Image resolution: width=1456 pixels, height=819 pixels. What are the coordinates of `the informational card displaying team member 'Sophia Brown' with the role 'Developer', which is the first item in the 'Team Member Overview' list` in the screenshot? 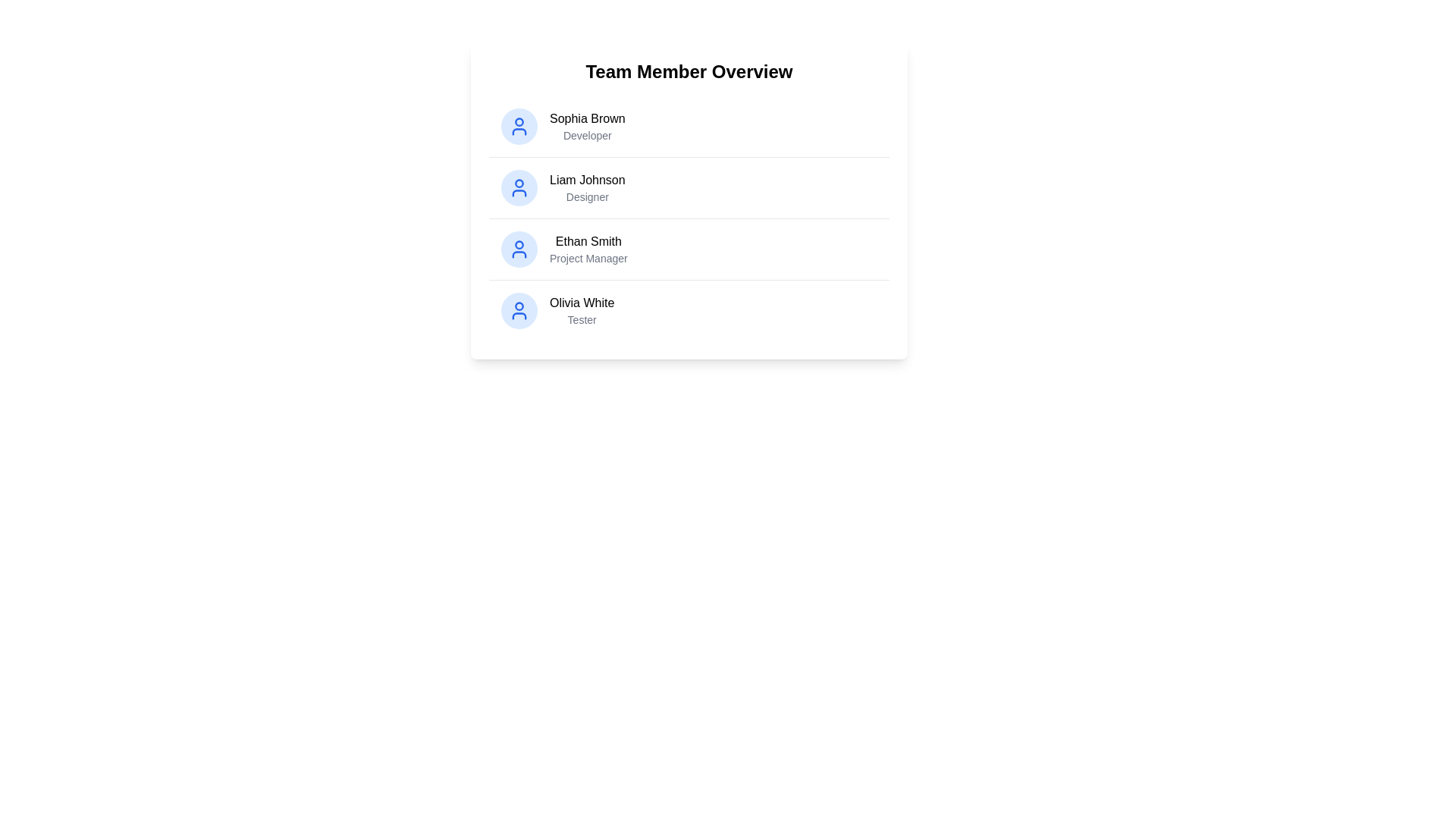 It's located at (688, 125).